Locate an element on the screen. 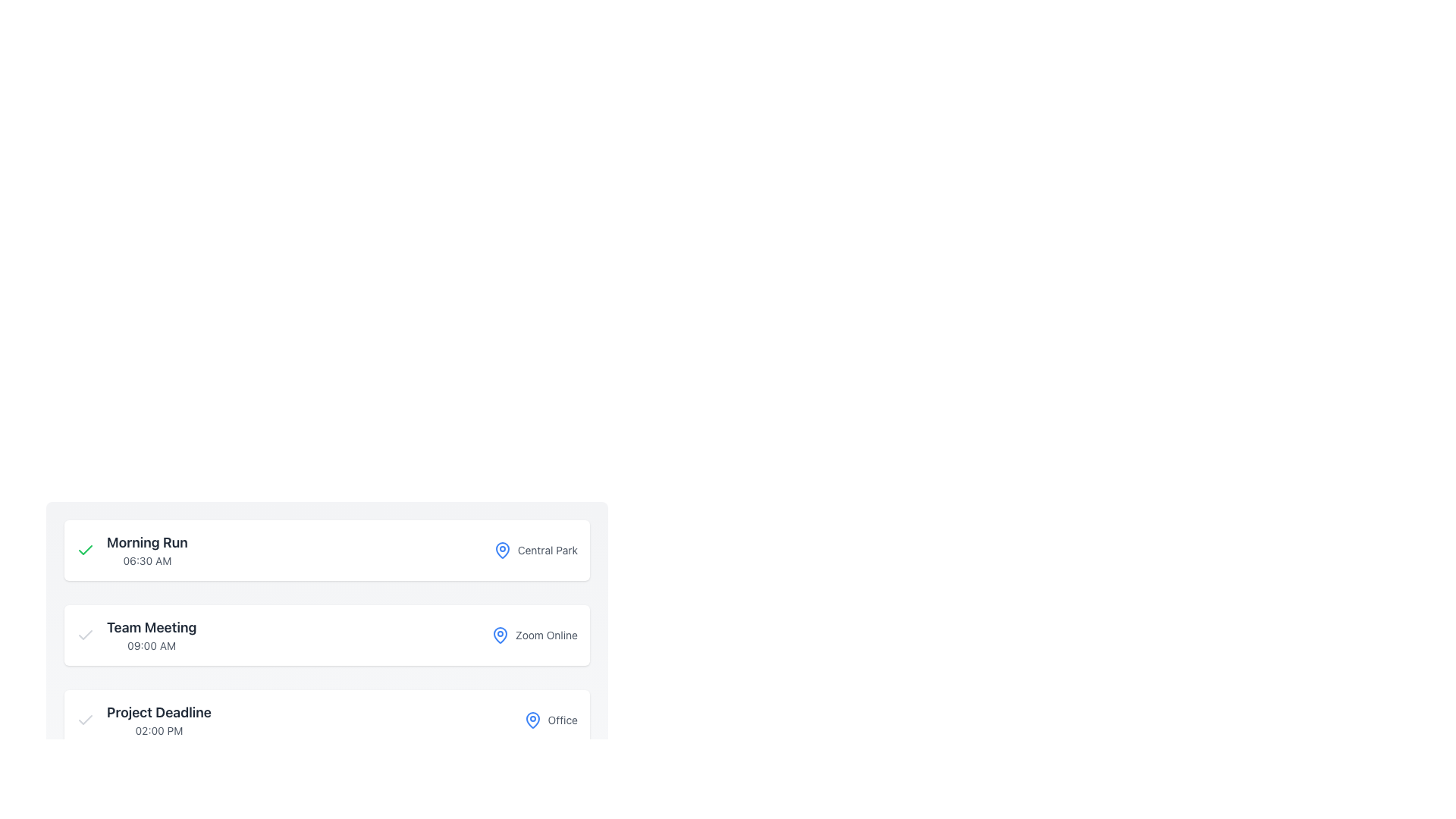 The image size is (1456, 819). the green checkmark icon located in the top-left corner of the 'Morning Run' event card, which is styled with a thin border and rounded edges is located at coordinates (85, 550).